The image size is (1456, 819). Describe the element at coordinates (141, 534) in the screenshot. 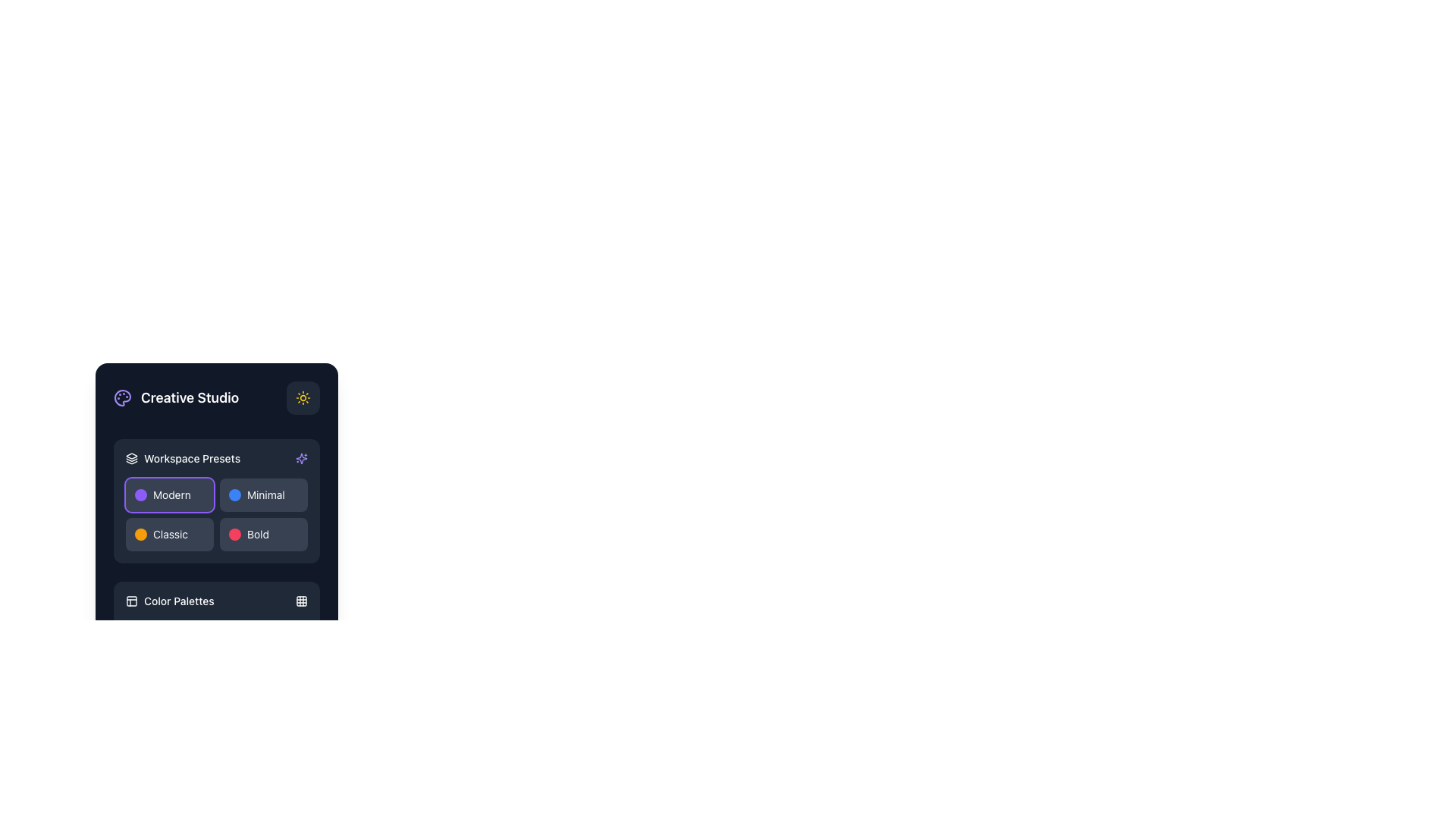

I see `the color indicator located within the 'Classic' button, which represents the color scheme associated with the 'Classic' workspace preset. This element is positioned to the left of the text inside the button, part of a grid of four buttons under the 'Workspace Presets' section` at that location.